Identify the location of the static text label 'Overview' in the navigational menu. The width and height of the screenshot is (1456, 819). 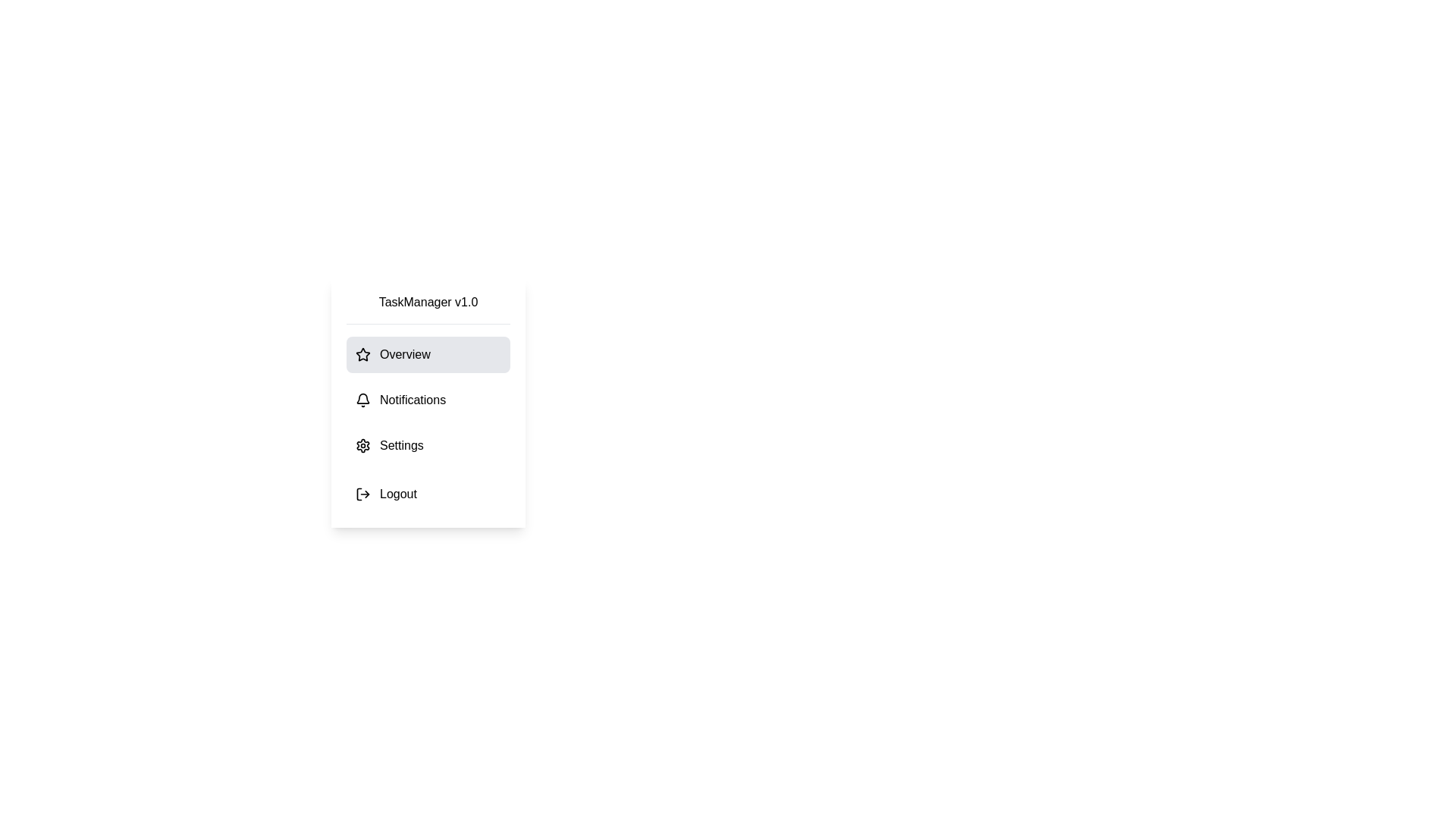
(405, 354).